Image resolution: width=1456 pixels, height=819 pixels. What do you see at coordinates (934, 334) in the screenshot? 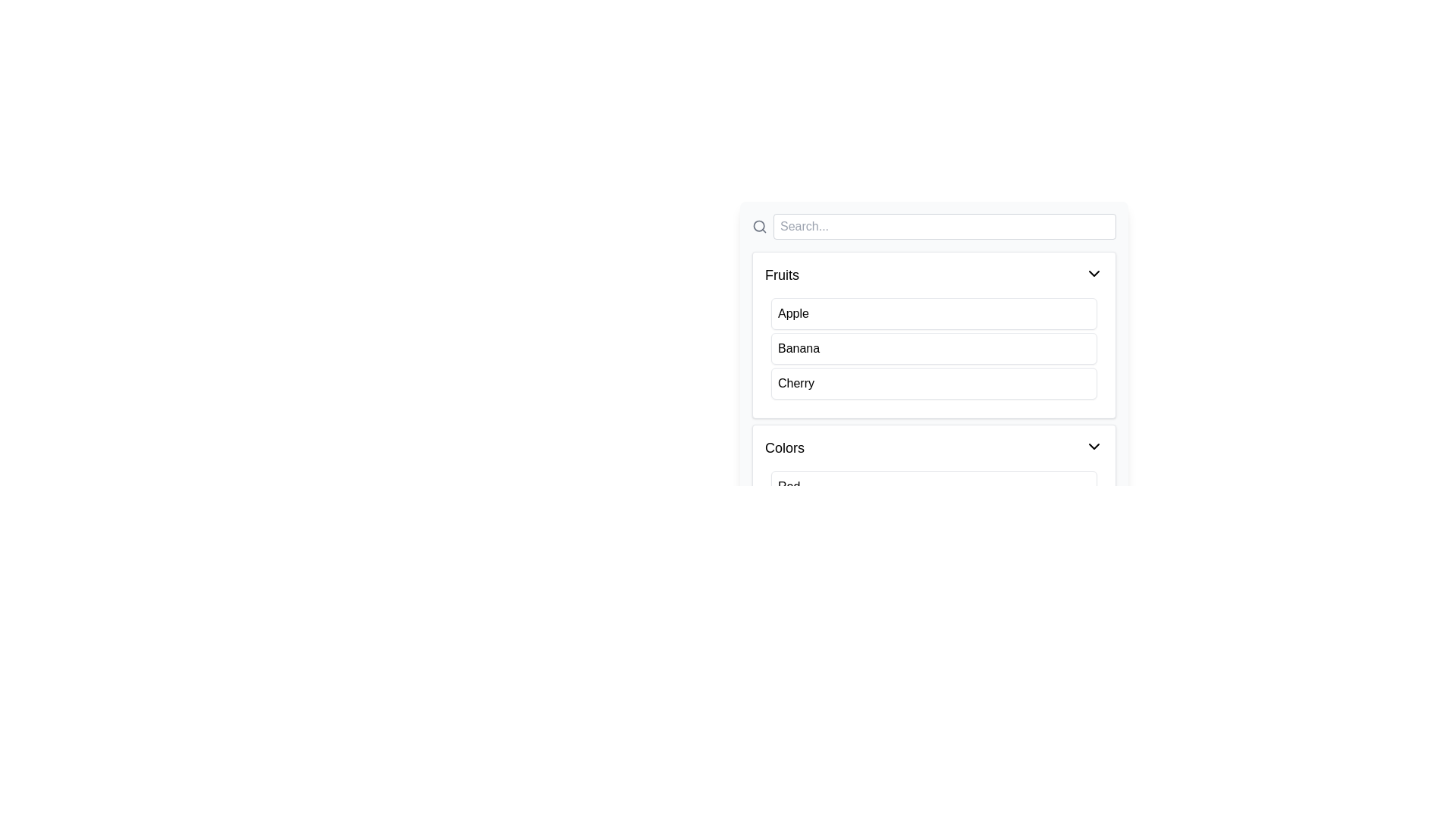
I see `the 'Banana' item in the 'Fruits' dropdown list` at bounding box center [934, 334].